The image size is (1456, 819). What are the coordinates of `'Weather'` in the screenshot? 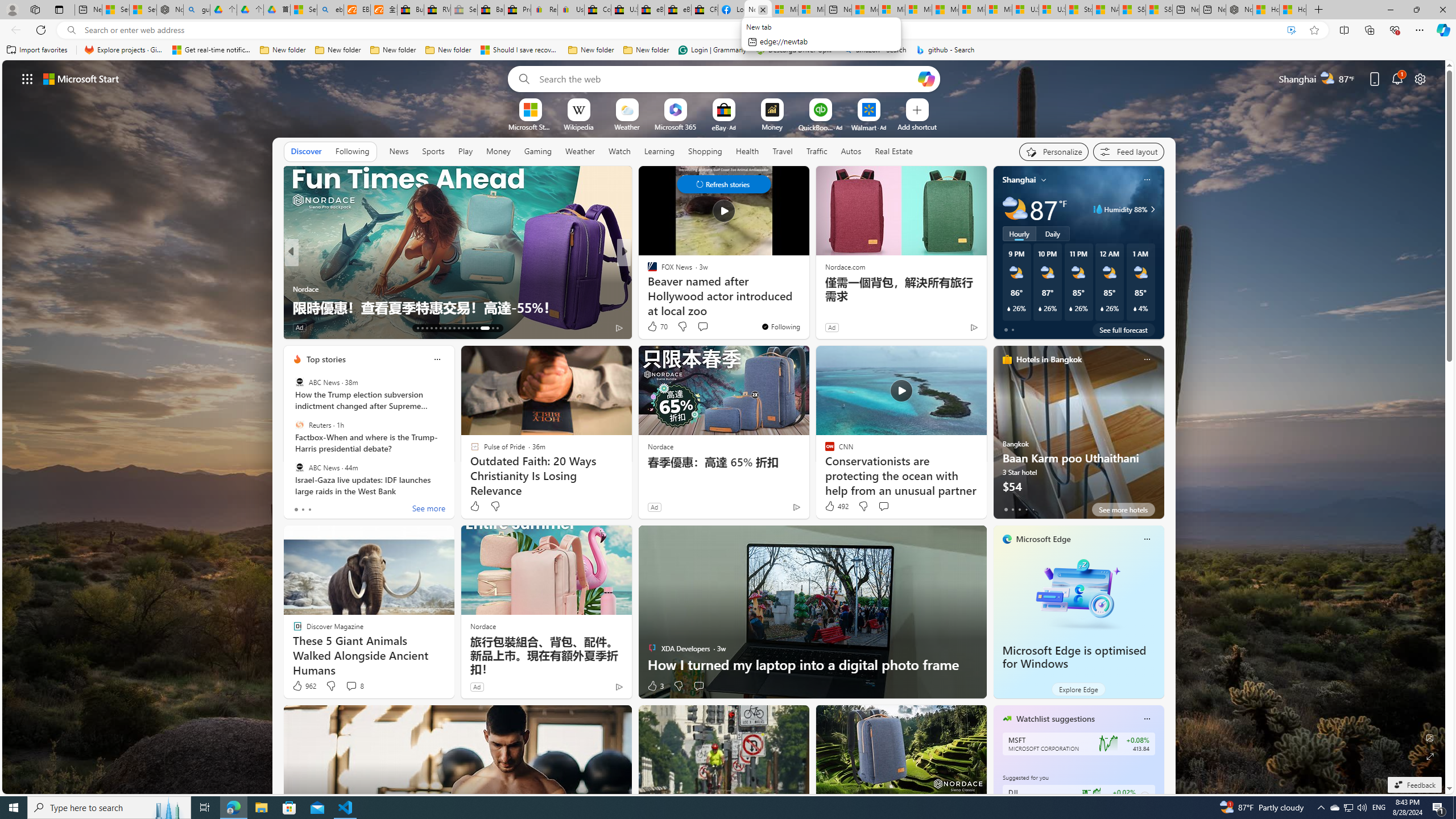 It's located at (580, 151).